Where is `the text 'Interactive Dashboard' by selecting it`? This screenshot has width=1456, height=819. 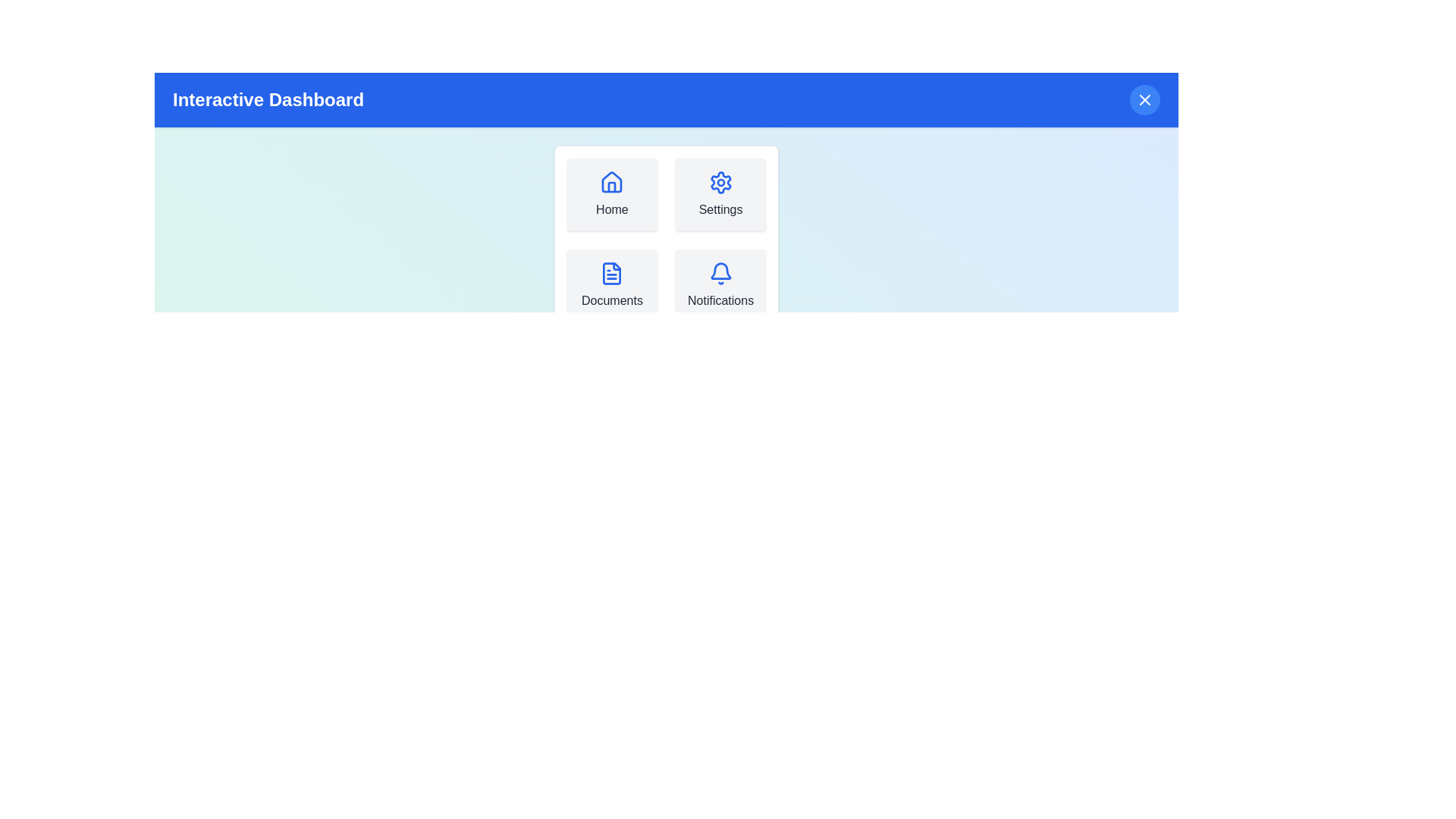
the text 'Interactive Dashboard' by selecting it is located at coordinates (172, 87).